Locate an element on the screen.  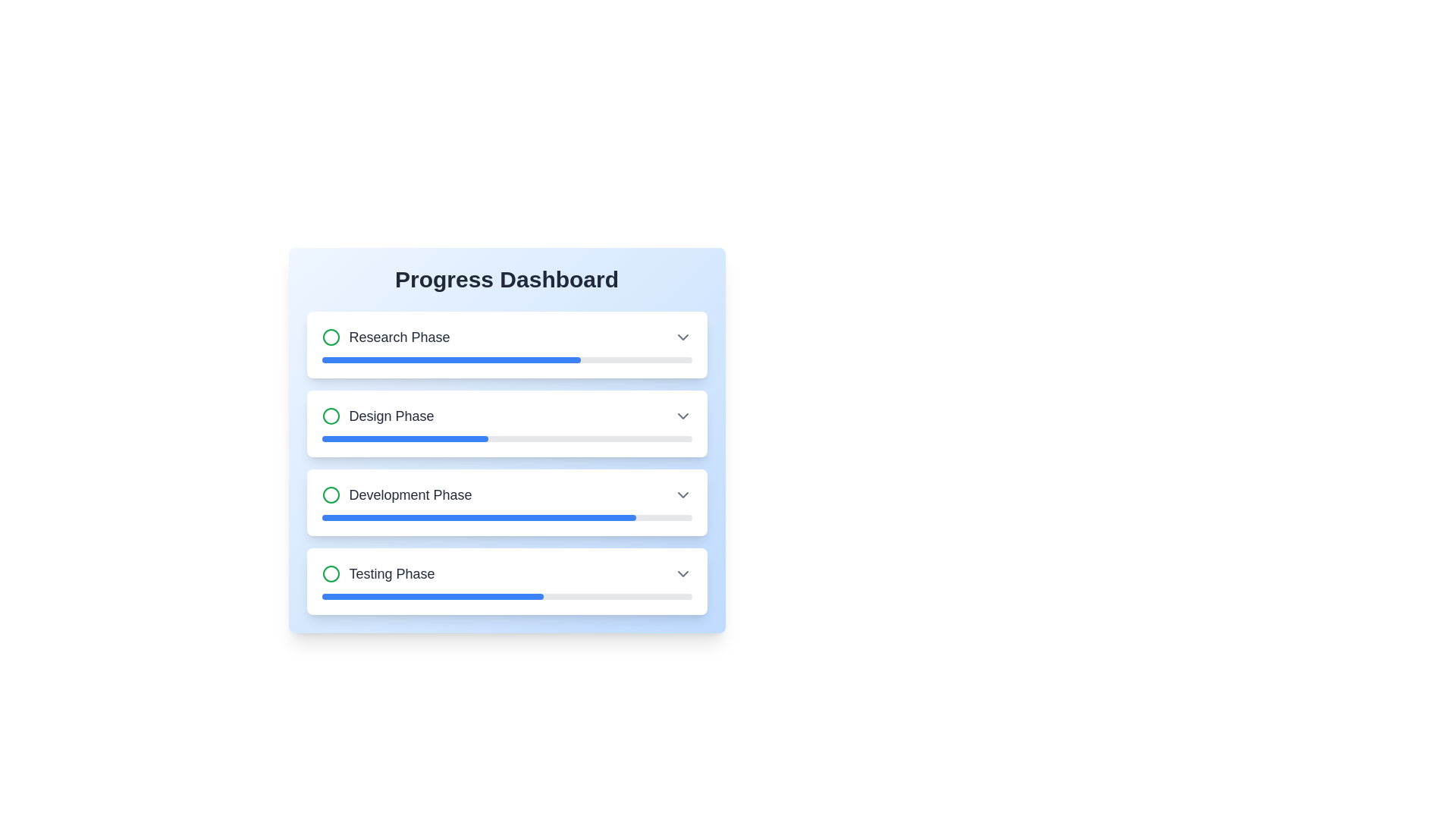
the progress bar that visually represents 60% completion located in the 'Testing Phase' section of the progress dashboard is located at coordinates (431, 595).